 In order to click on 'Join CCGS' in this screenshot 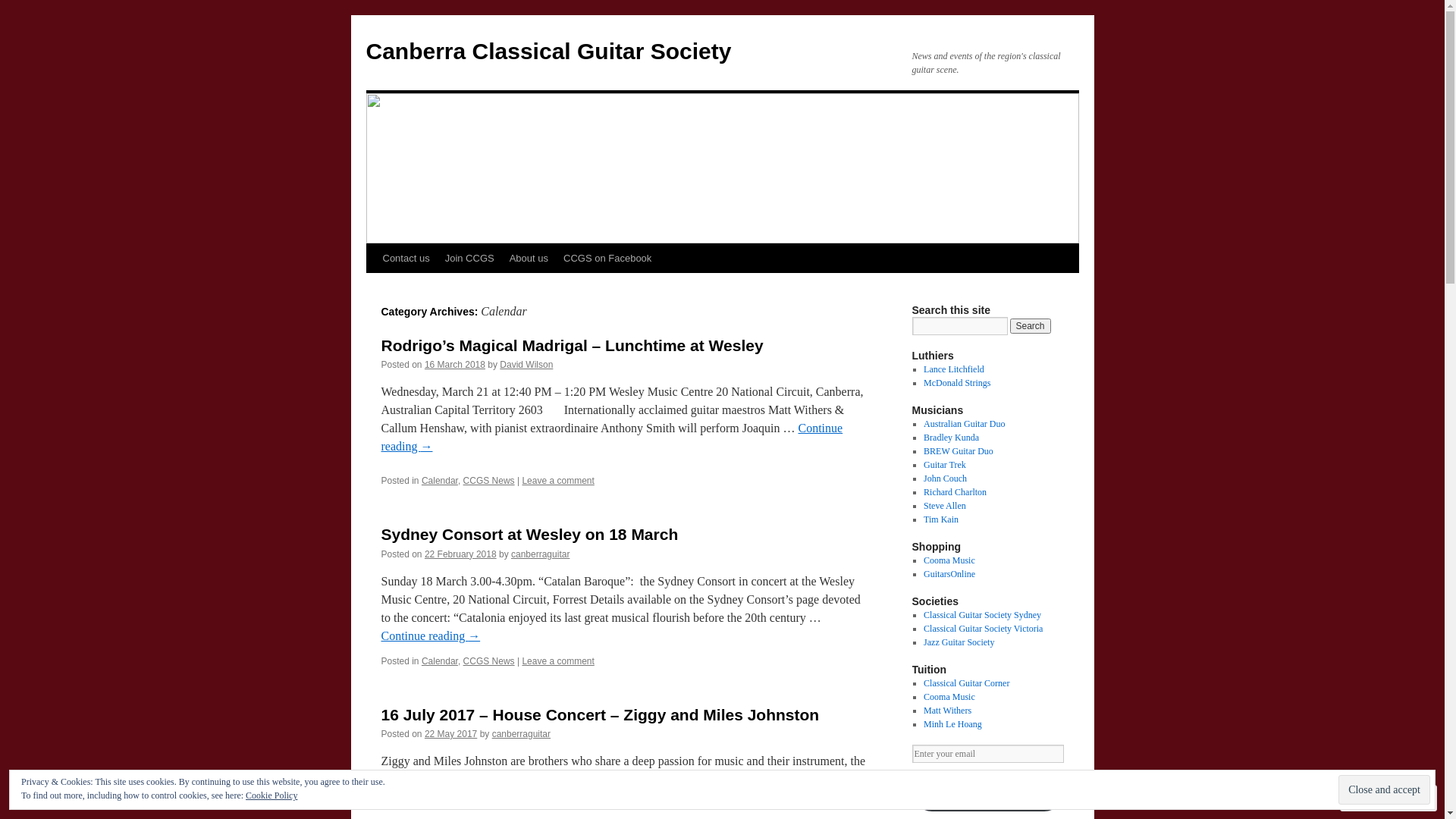, I will do `click(469, 257)`.